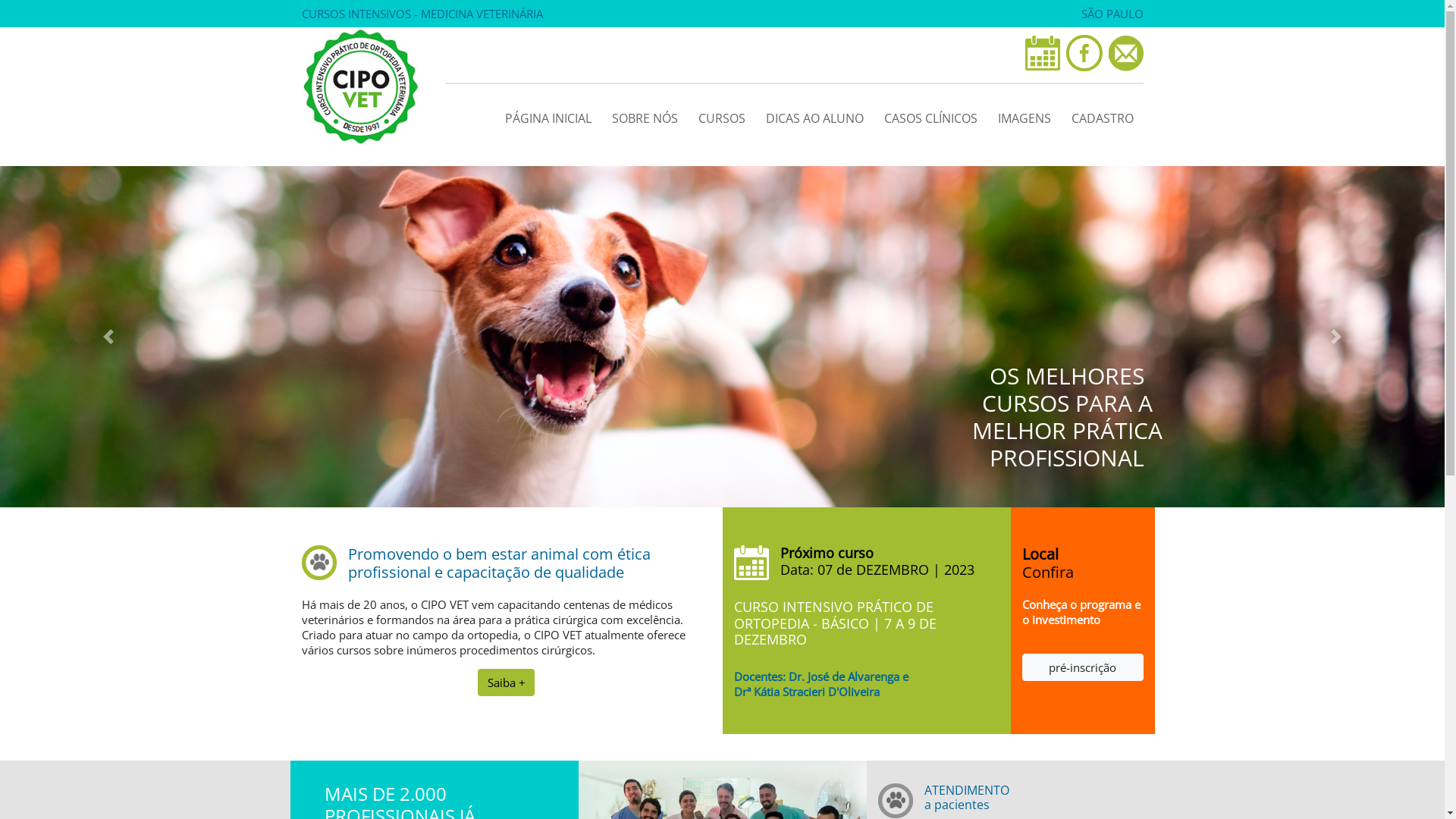  Describe the element at coordinates (1084, 52) in the screenshot. I see `'Facebook'` at that location.